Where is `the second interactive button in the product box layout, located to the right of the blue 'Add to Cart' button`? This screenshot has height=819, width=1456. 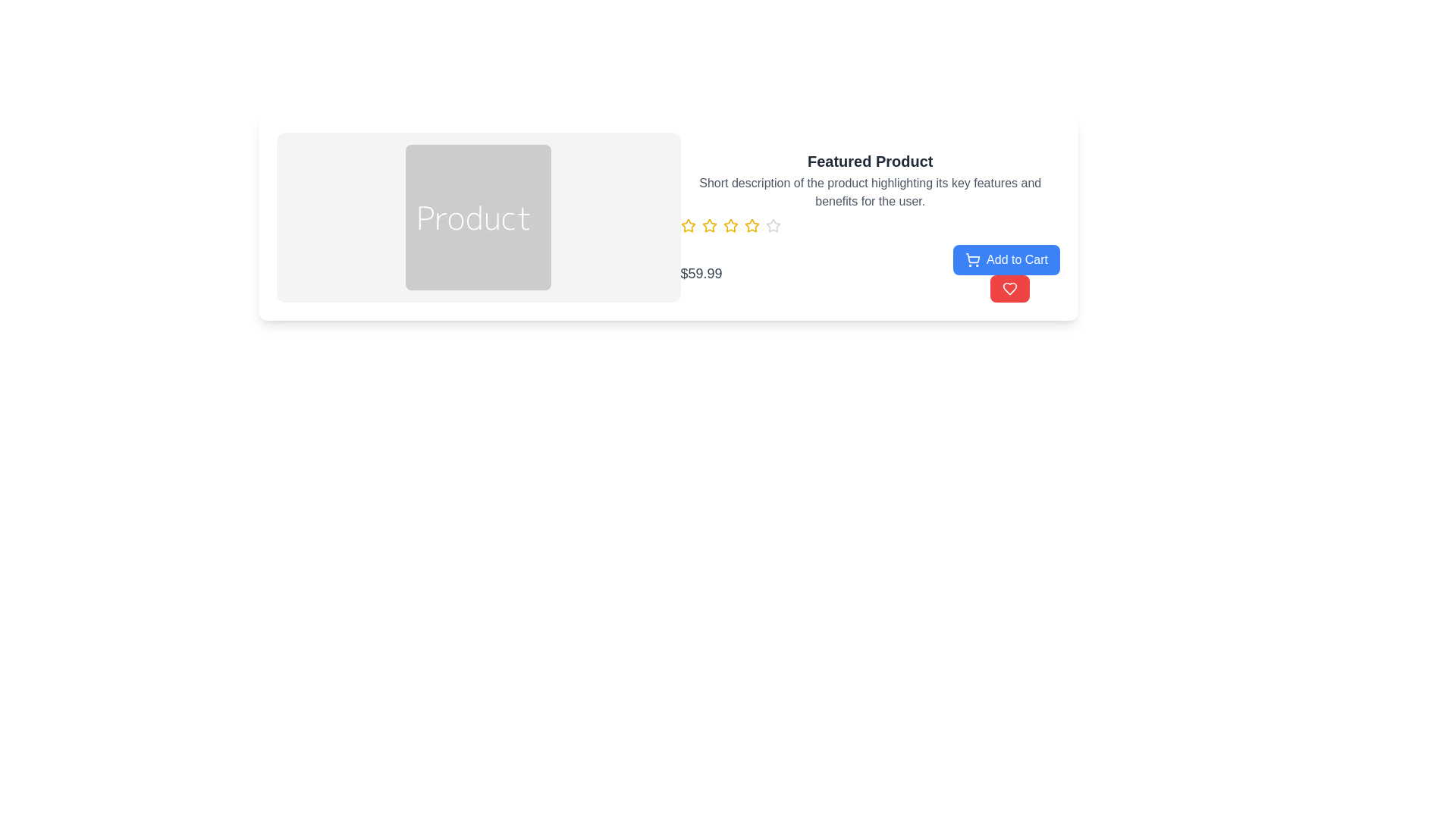
the second interactive button in the product box layout, located to the right of the blue 'Add to Cart' button is located at coordinates (1009, 289).